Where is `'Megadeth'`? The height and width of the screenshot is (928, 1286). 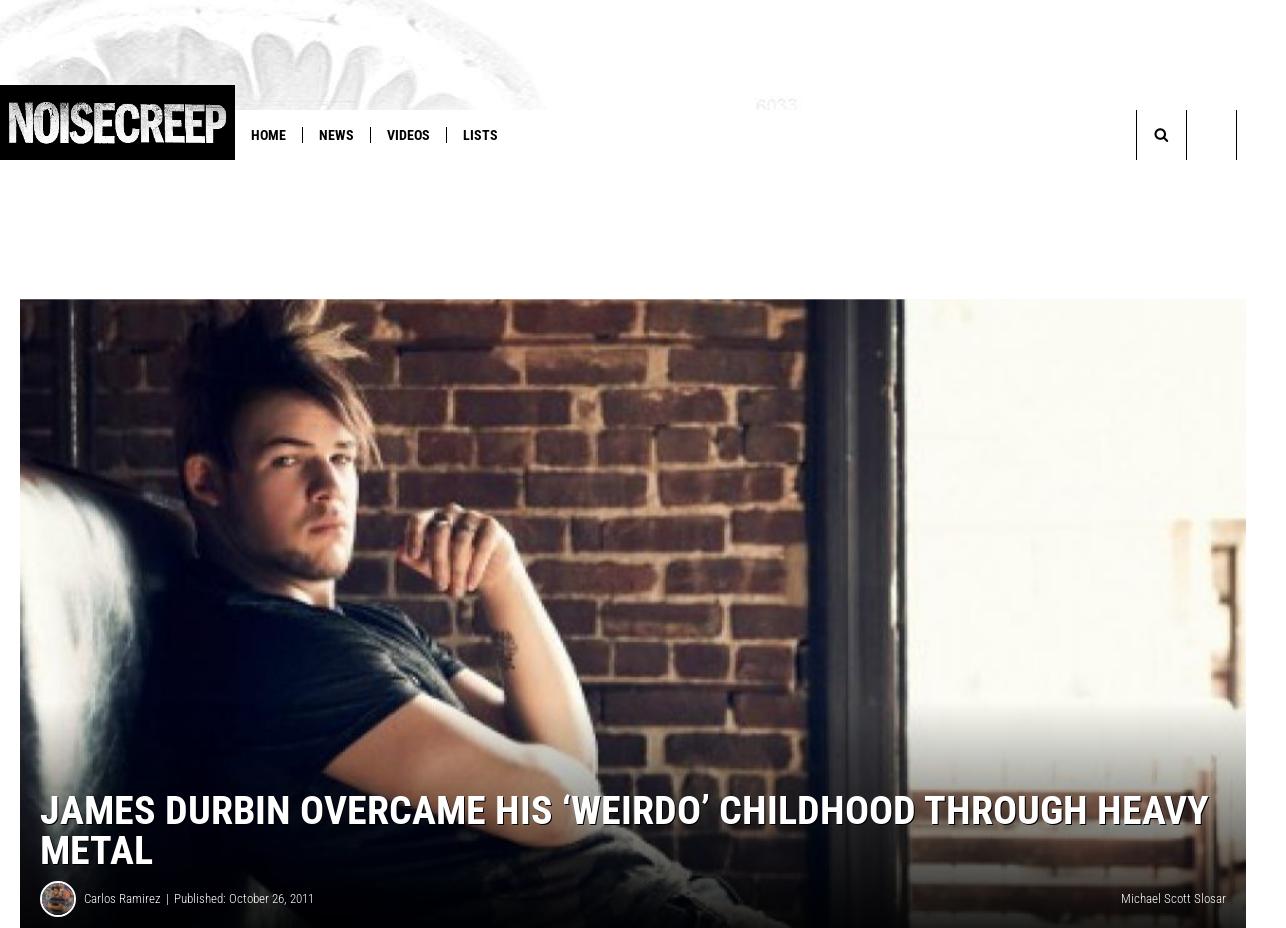 'Megadeth' is located at coordinates (406, 176).